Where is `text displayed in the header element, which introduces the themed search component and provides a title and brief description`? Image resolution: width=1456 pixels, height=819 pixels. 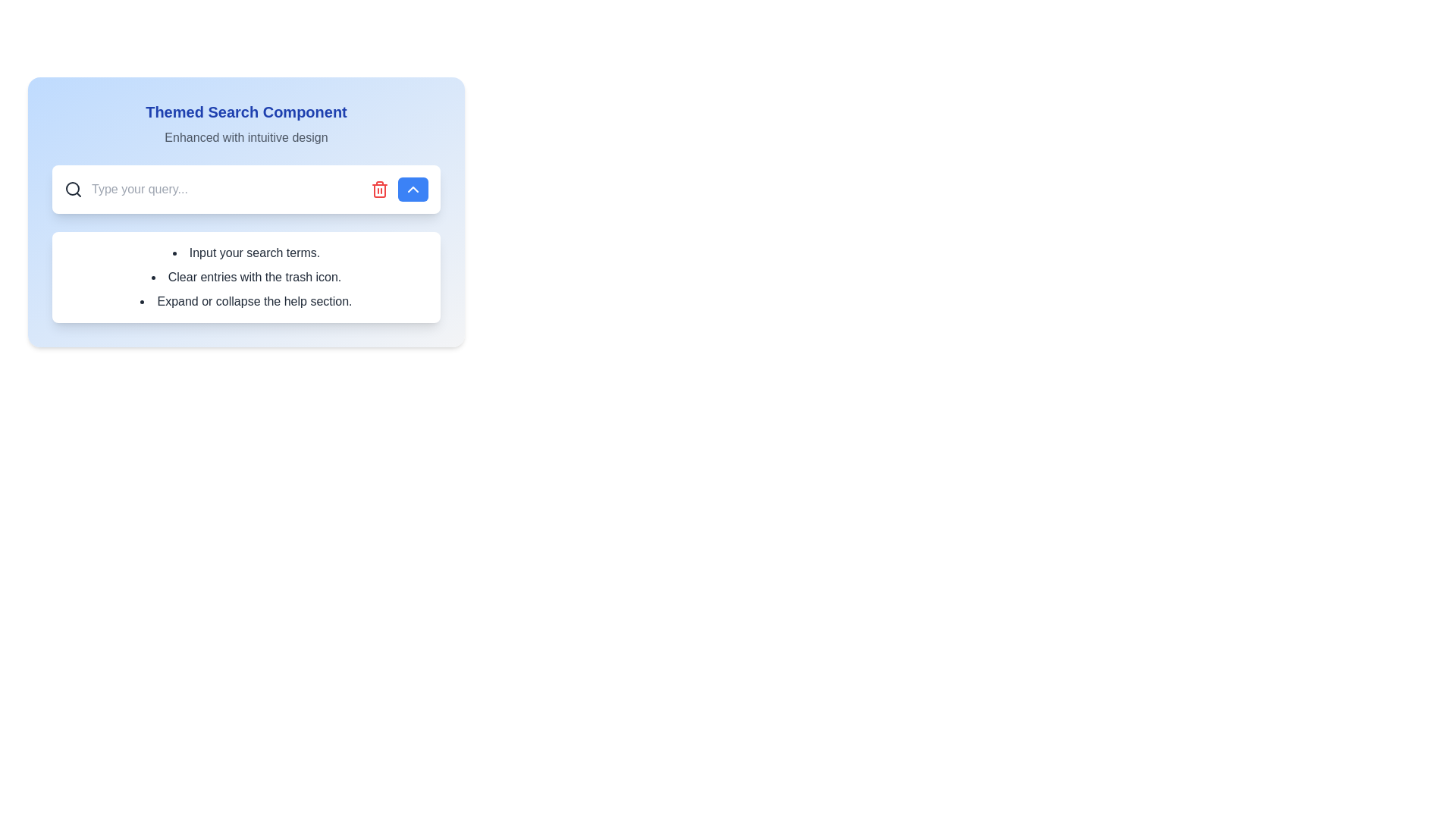 text displayed in the header element, which introduces the themed search component and provides a title and brief description is located at coordinates (246, 124).